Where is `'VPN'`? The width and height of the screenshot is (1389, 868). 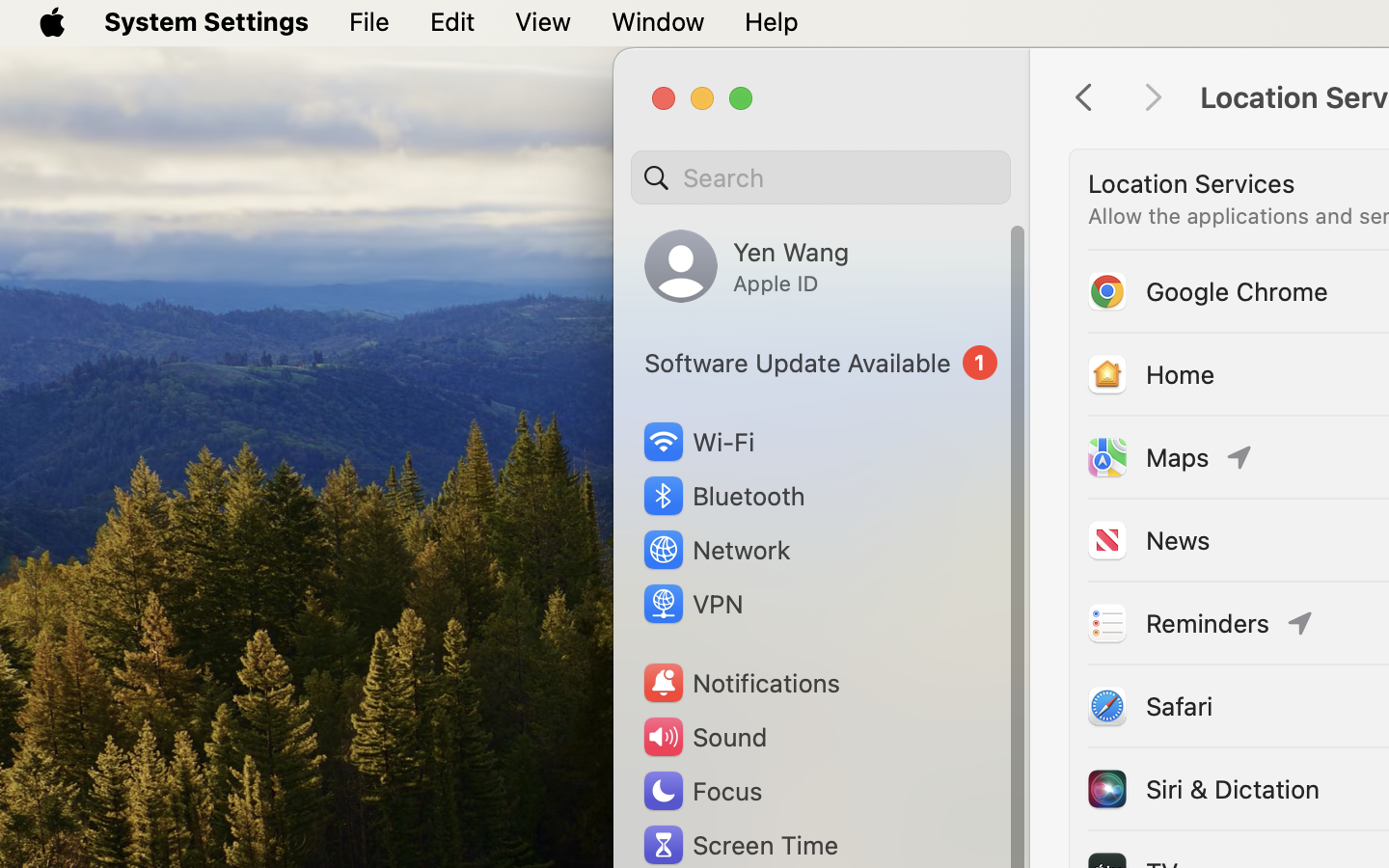 'VPN' is located at coordinates (691, 604).